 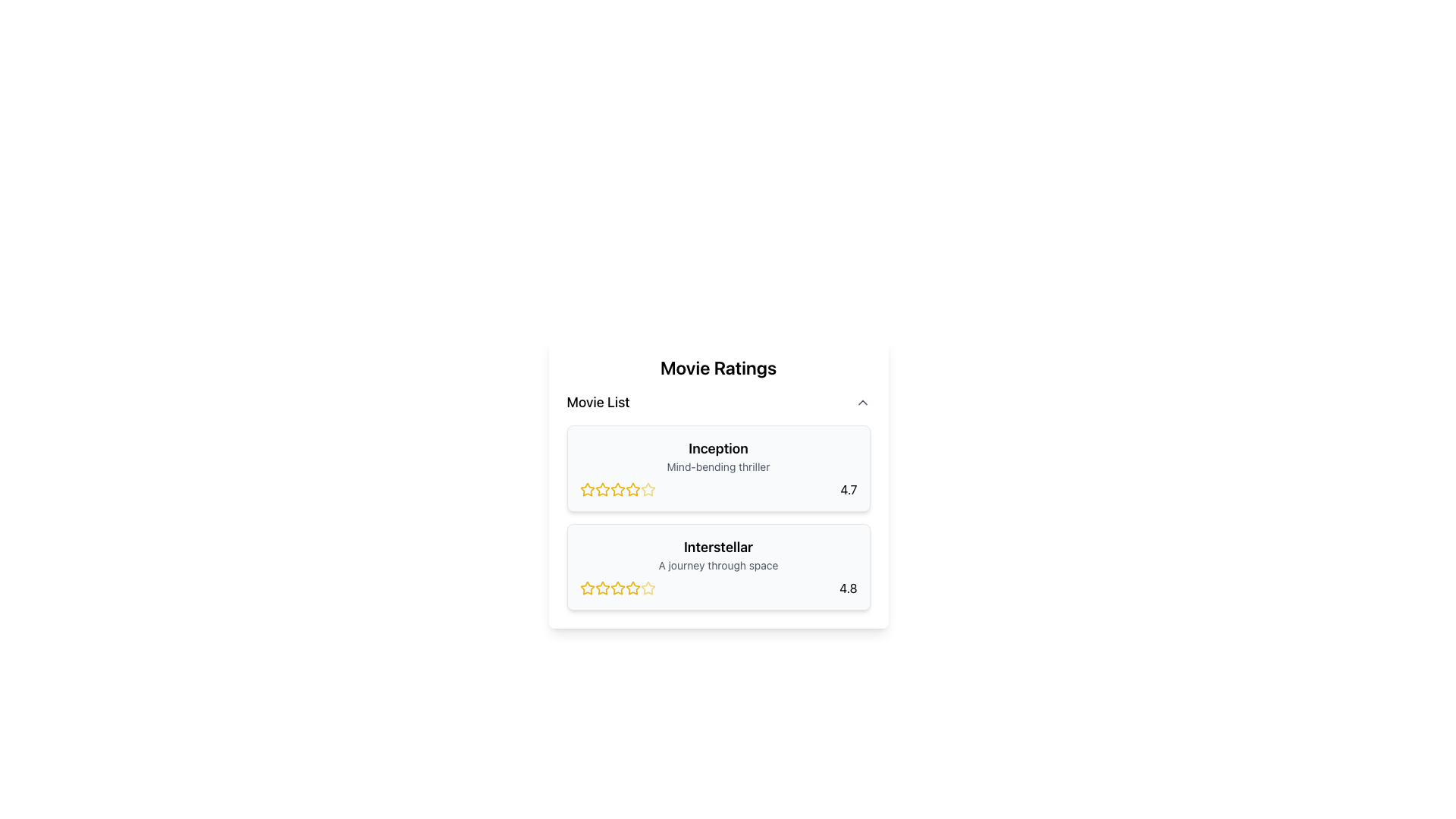 What do you see at coordinates (717, 547) in the screenshot?
I see `the text element 'Interstellar', which is prominently styled in bold and larger font, located at the top of the movie information card` at bounding box center [717, 547].